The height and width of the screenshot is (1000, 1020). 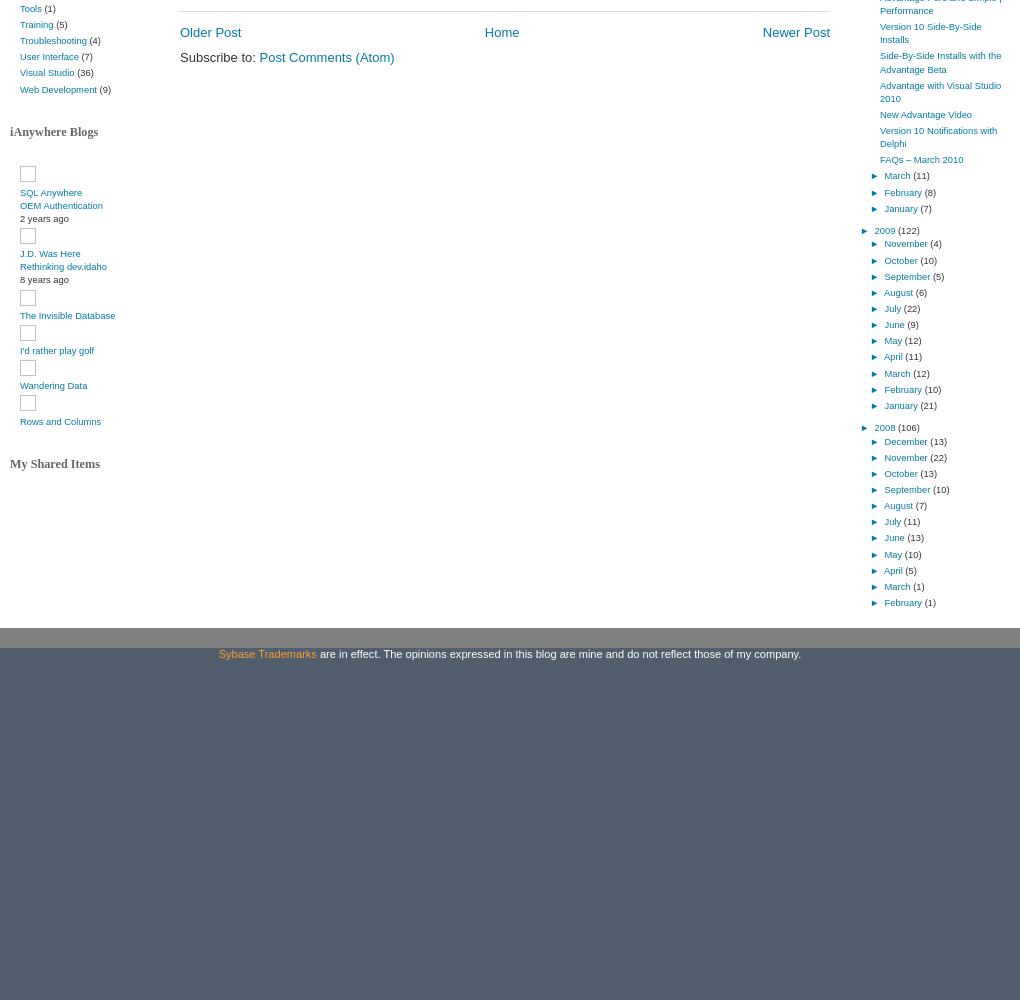 What do you see at coordinates (884, 229) in the screenshot?
I see `'2009'` at bounding box center [884, 229].